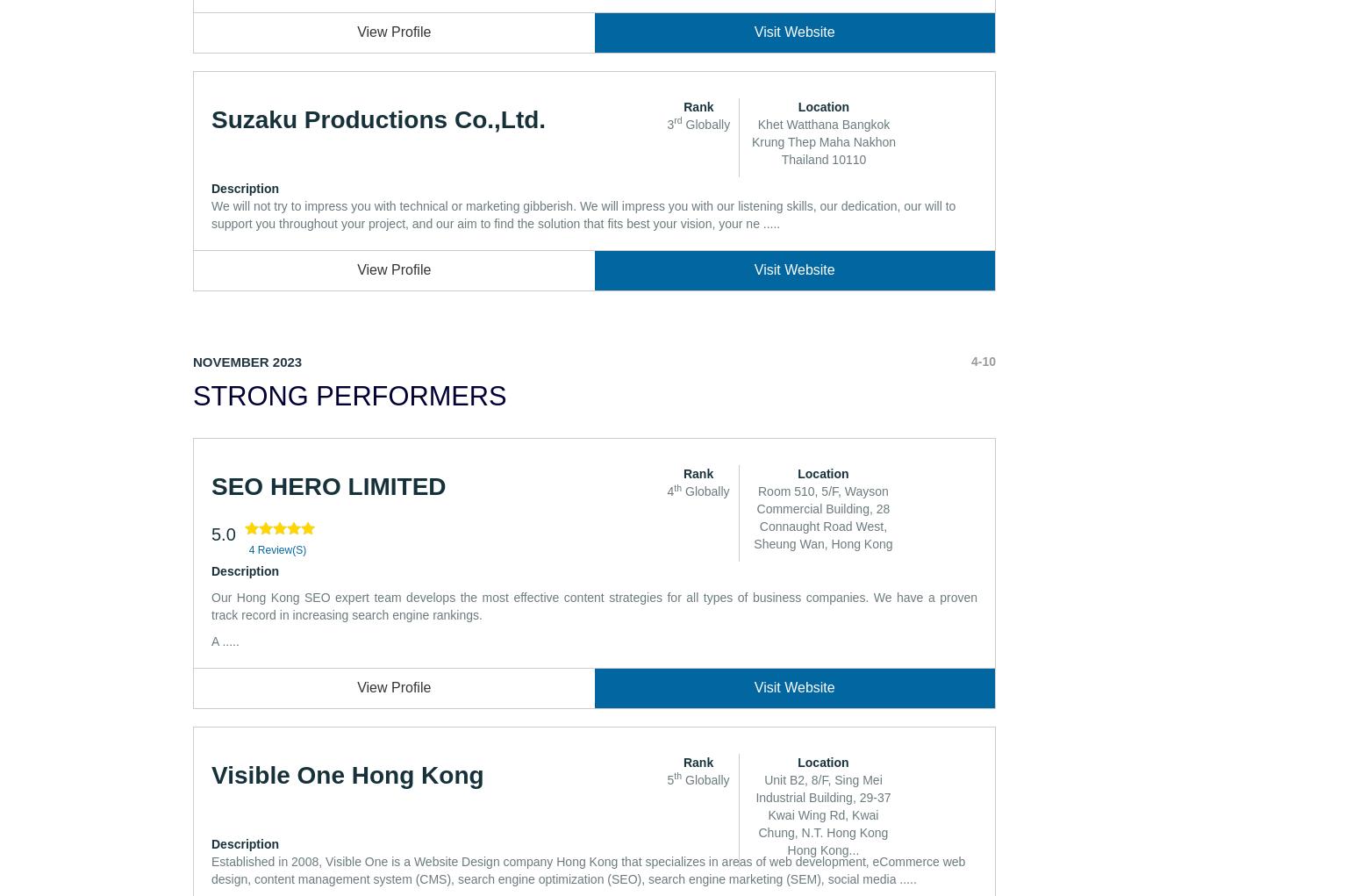  Describe the element at coordinates (247, 360) in the screenshot. I see `'November 2023'` at that location.